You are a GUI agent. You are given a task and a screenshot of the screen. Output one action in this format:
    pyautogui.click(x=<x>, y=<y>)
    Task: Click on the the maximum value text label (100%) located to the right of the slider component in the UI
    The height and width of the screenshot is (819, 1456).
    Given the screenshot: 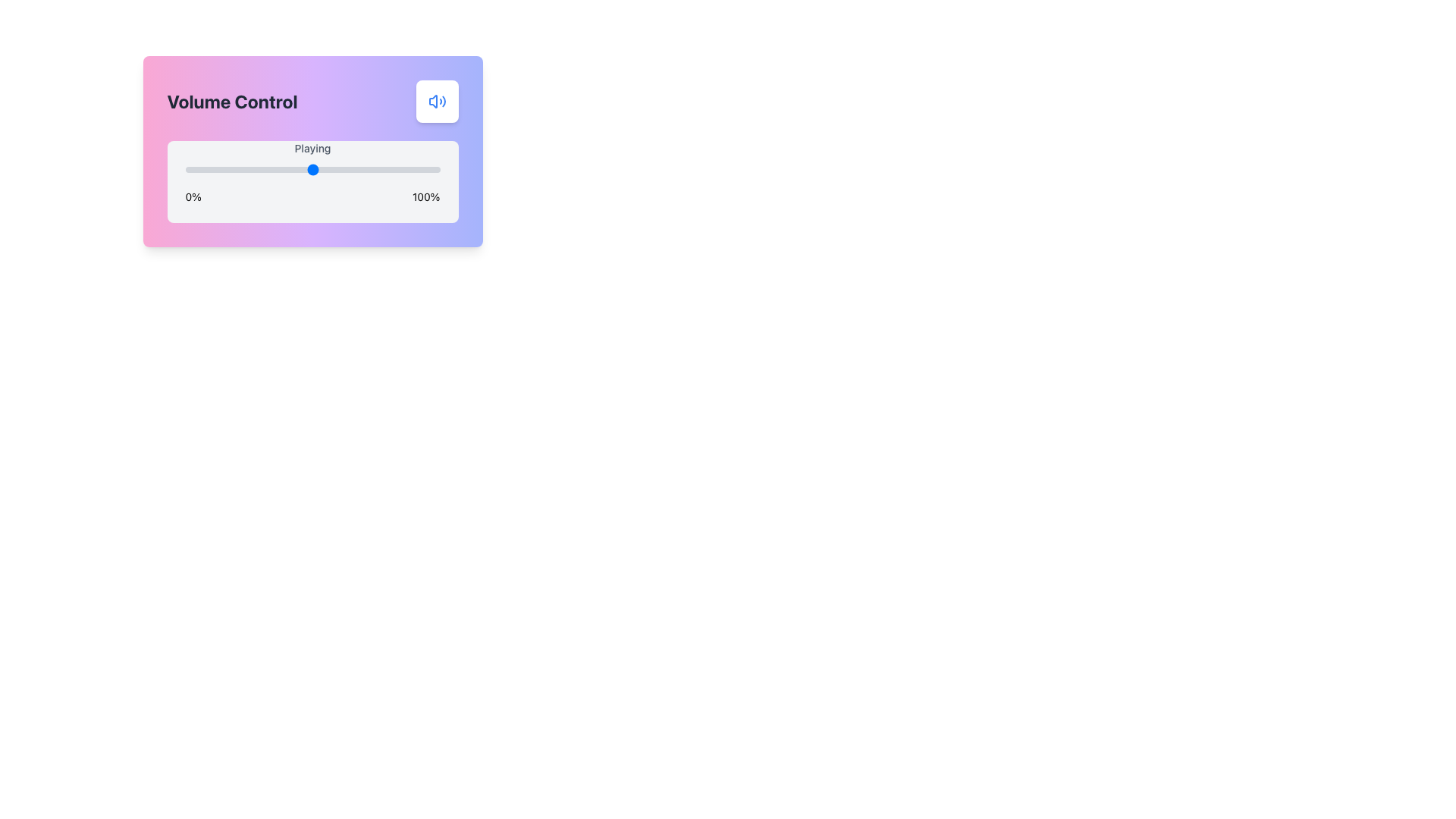 What is the action you would take?
    pyautogui.click(x=425, y=196)
    